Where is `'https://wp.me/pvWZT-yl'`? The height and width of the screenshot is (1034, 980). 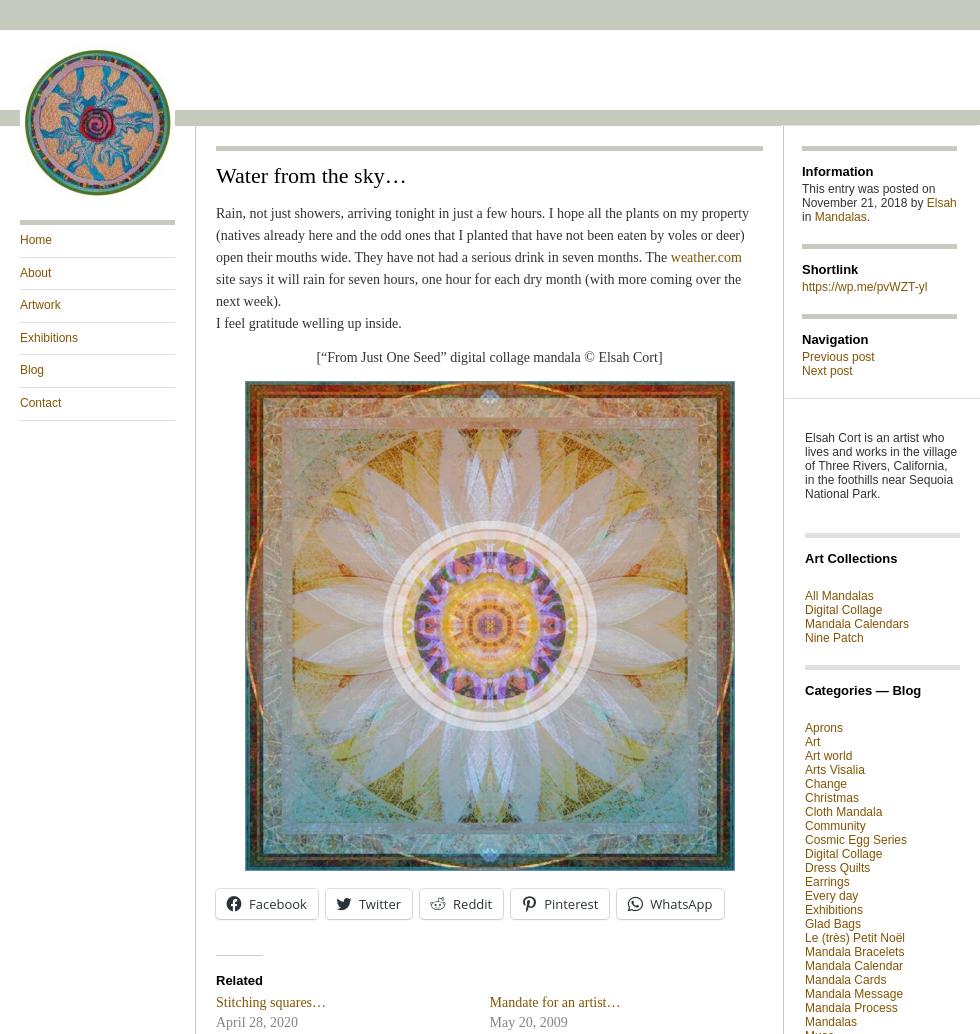 'https://wp.me/pvWZT-yl' is located at coordinates (864, 286).